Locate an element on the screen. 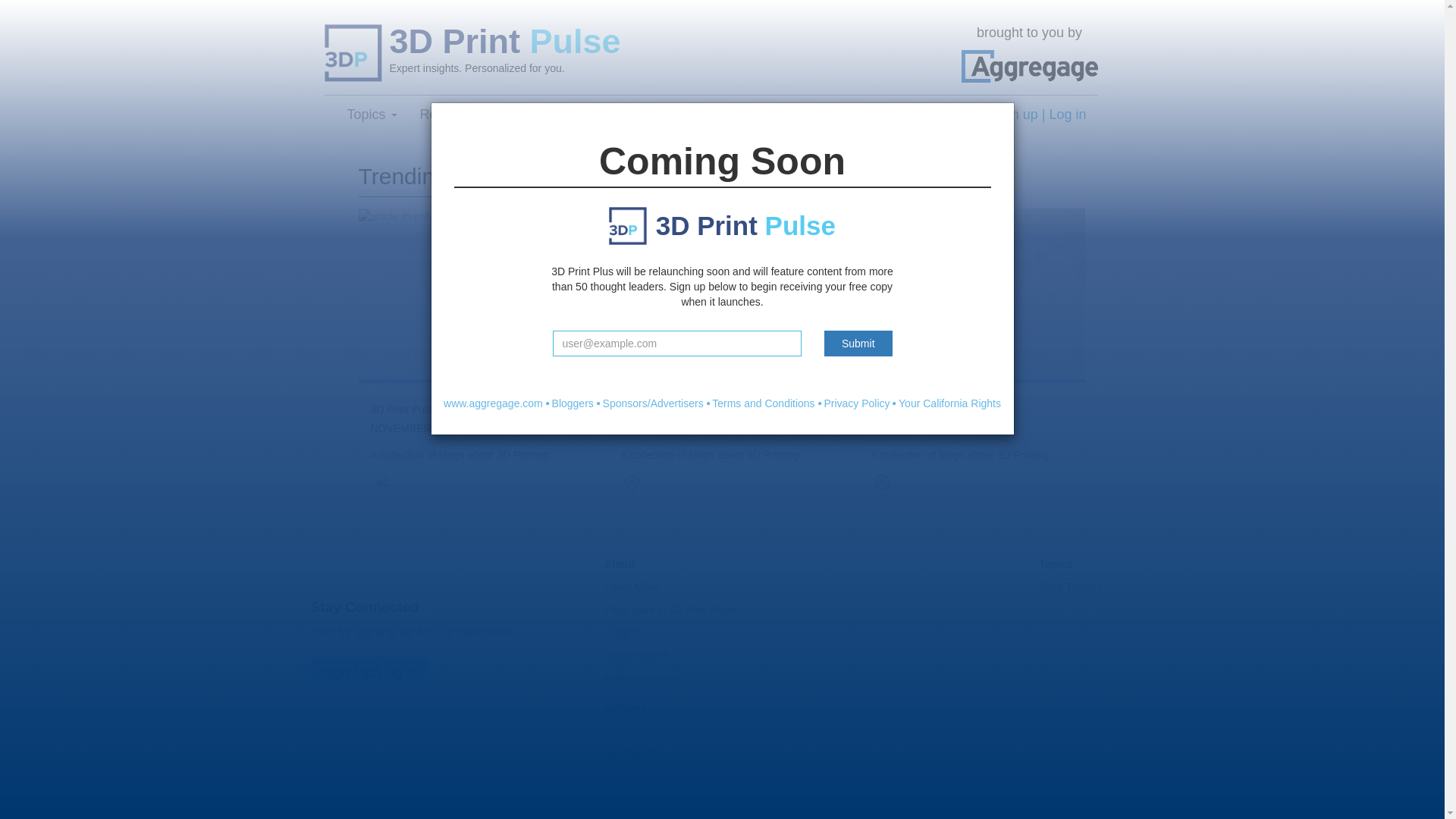  'Topics' is located at coordinates (371, 113).